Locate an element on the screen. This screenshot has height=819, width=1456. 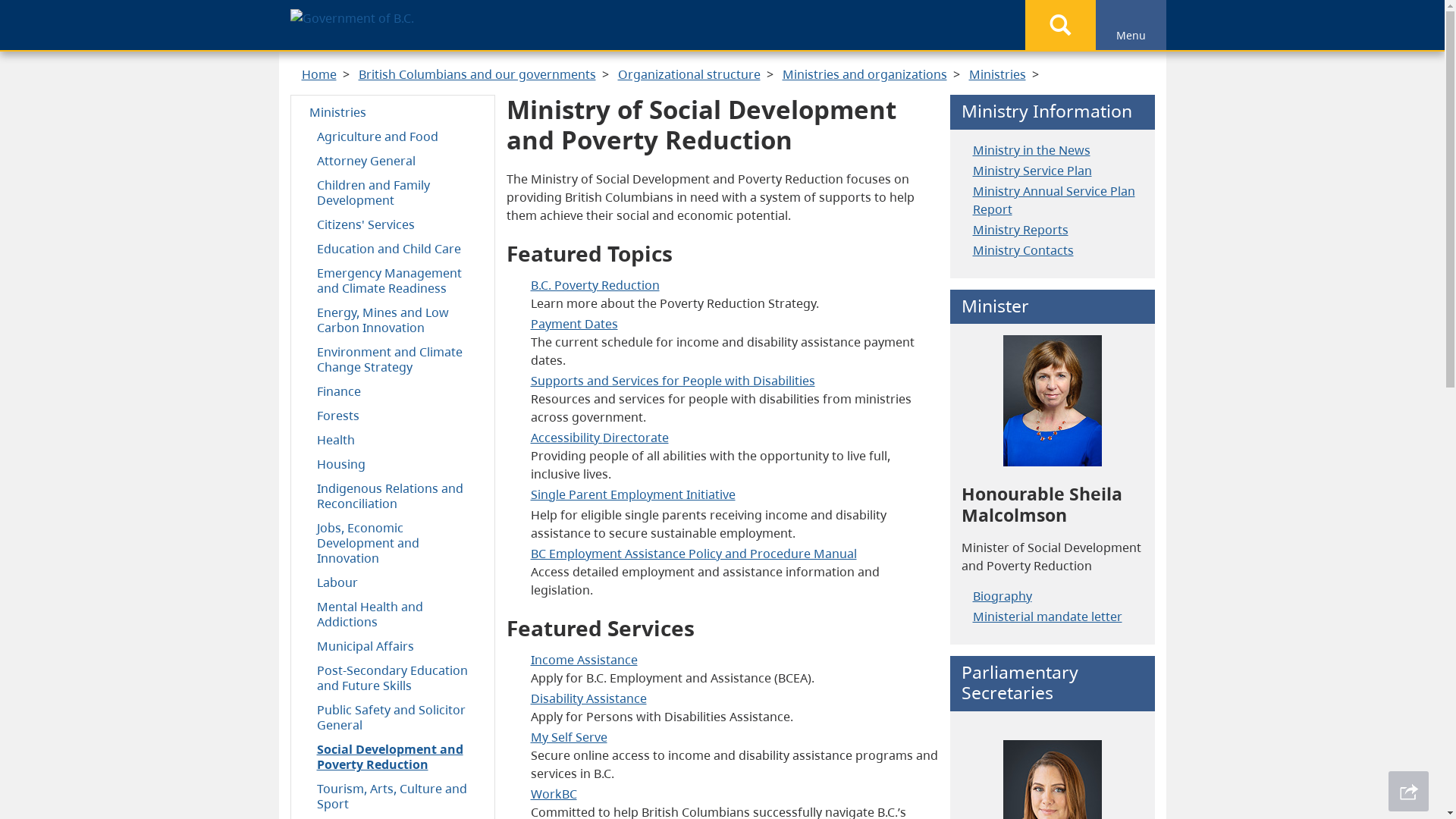
'Housing' is located at coordinates (393, 462).